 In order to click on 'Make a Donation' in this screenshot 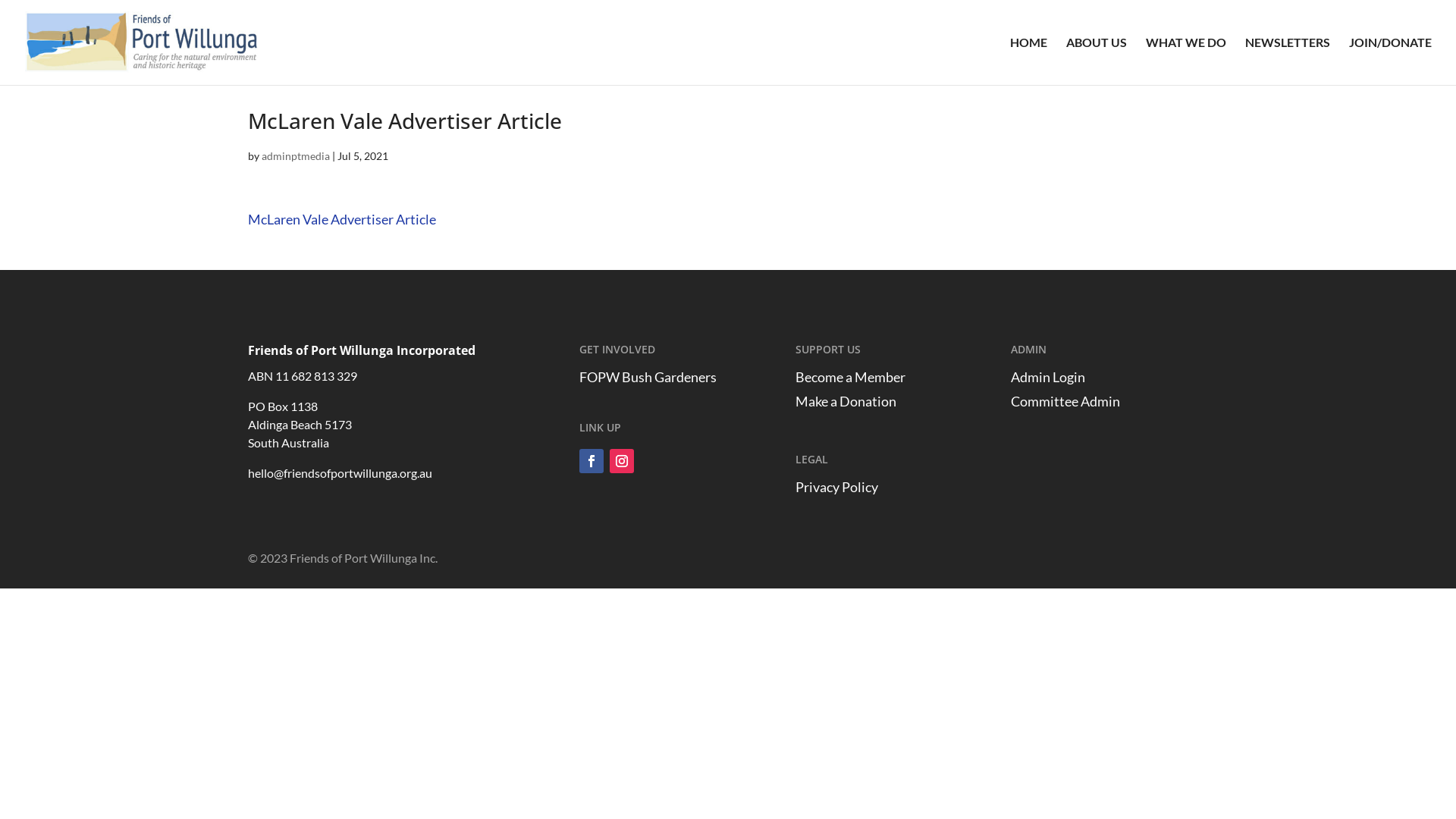, I will do `click(845, 400)`.